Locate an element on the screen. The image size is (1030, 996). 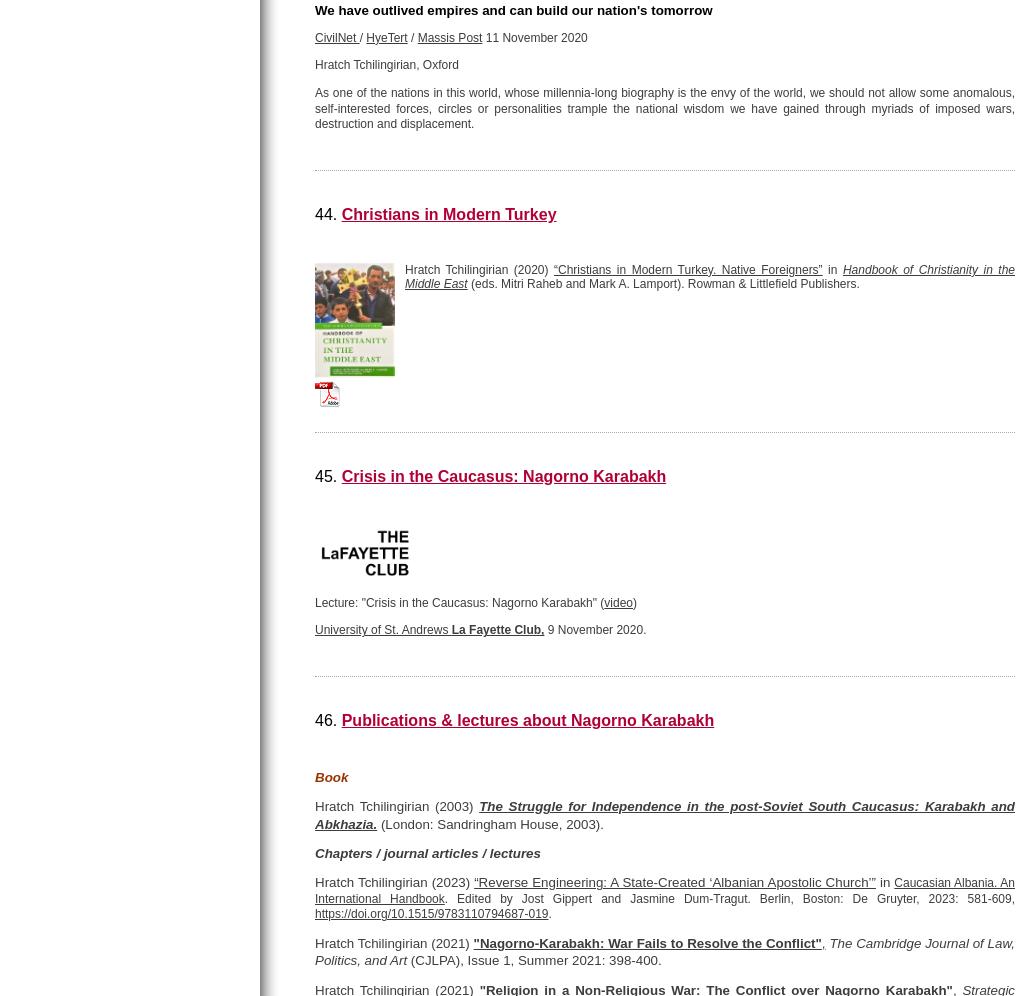
'Chapters / journal articles / lectures' is located at coordinates (427, 852).